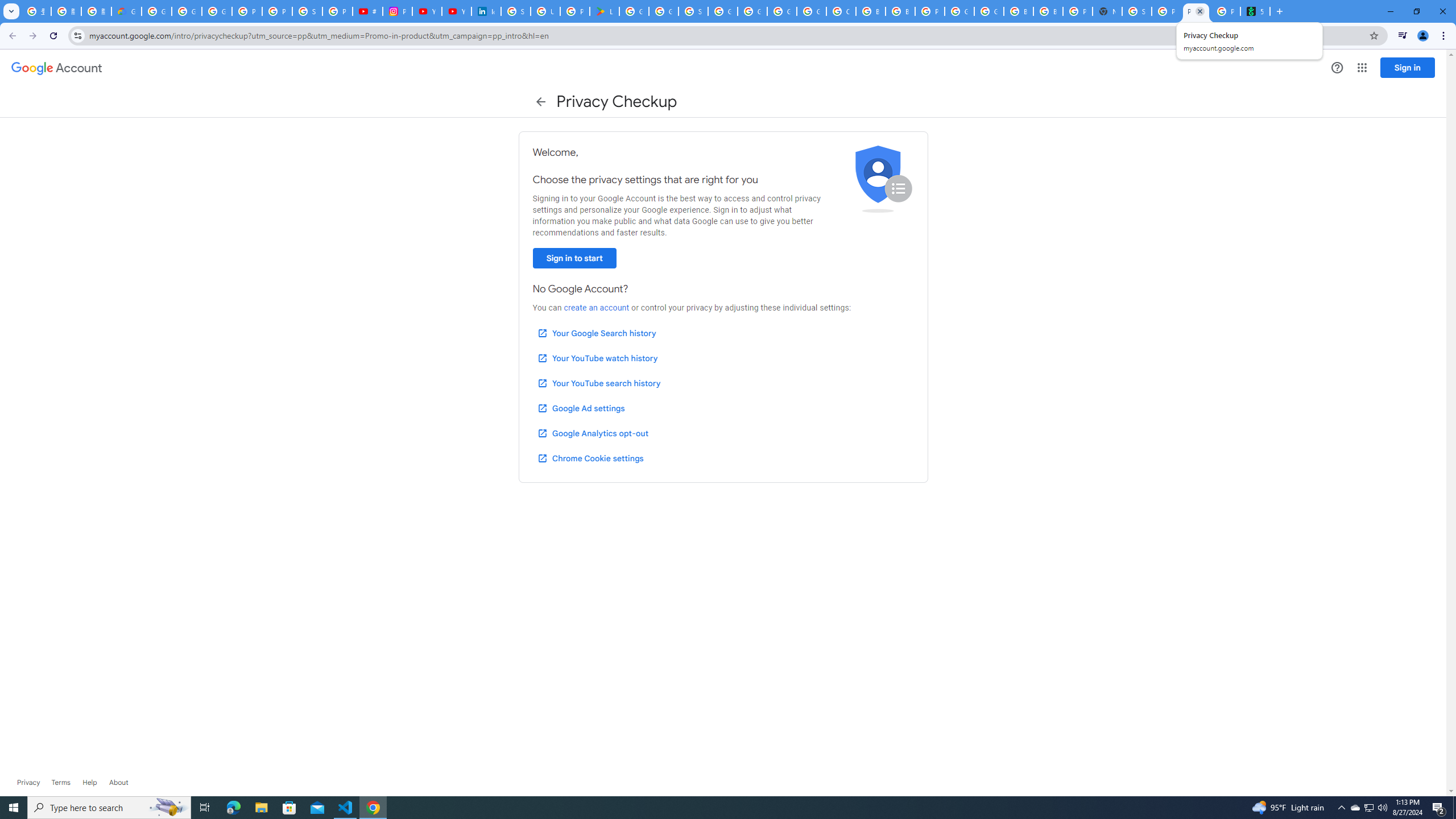  Describe the element at coordinates (60, 781) in the screenshot. I see `'Terms'` at that location.